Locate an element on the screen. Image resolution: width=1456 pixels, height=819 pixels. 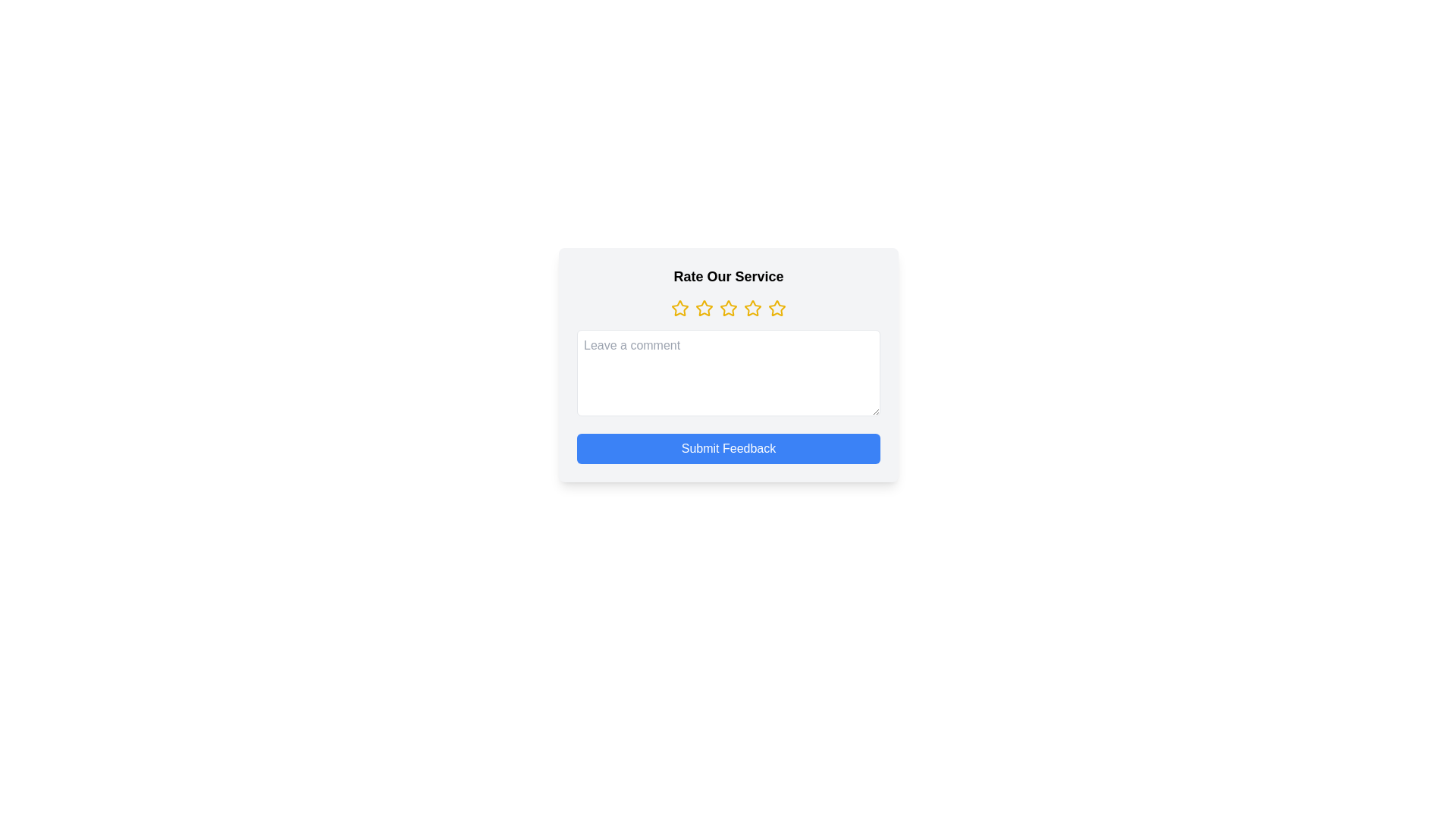
the third star icon in the row of five rating stars located below the 'Rate Our Service' text is located at coordinates (753, 307).